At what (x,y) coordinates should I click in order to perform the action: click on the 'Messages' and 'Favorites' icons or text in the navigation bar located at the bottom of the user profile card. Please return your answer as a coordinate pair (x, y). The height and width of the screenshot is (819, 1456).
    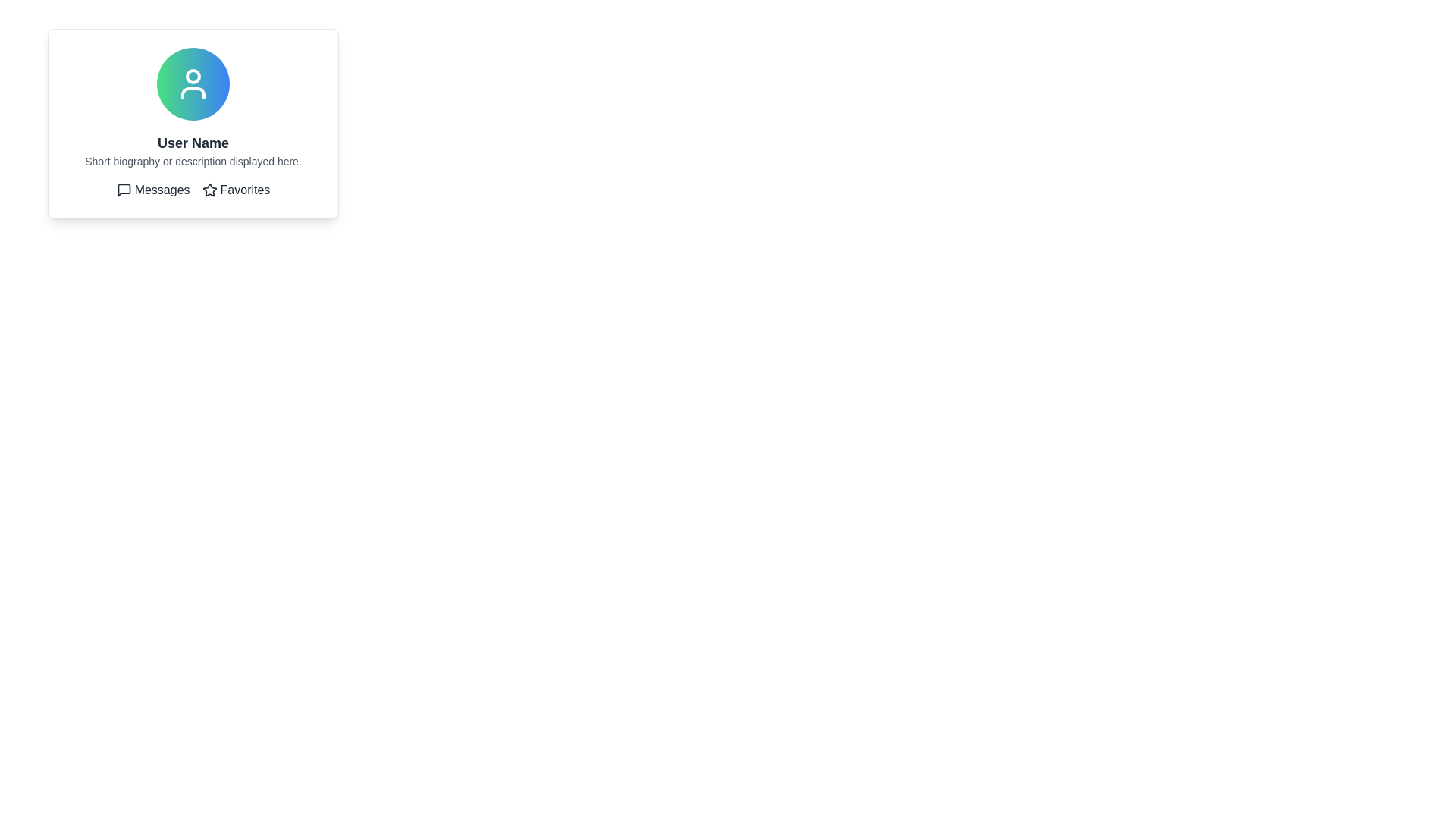
    Looking at the image, I should click on (192, 189).